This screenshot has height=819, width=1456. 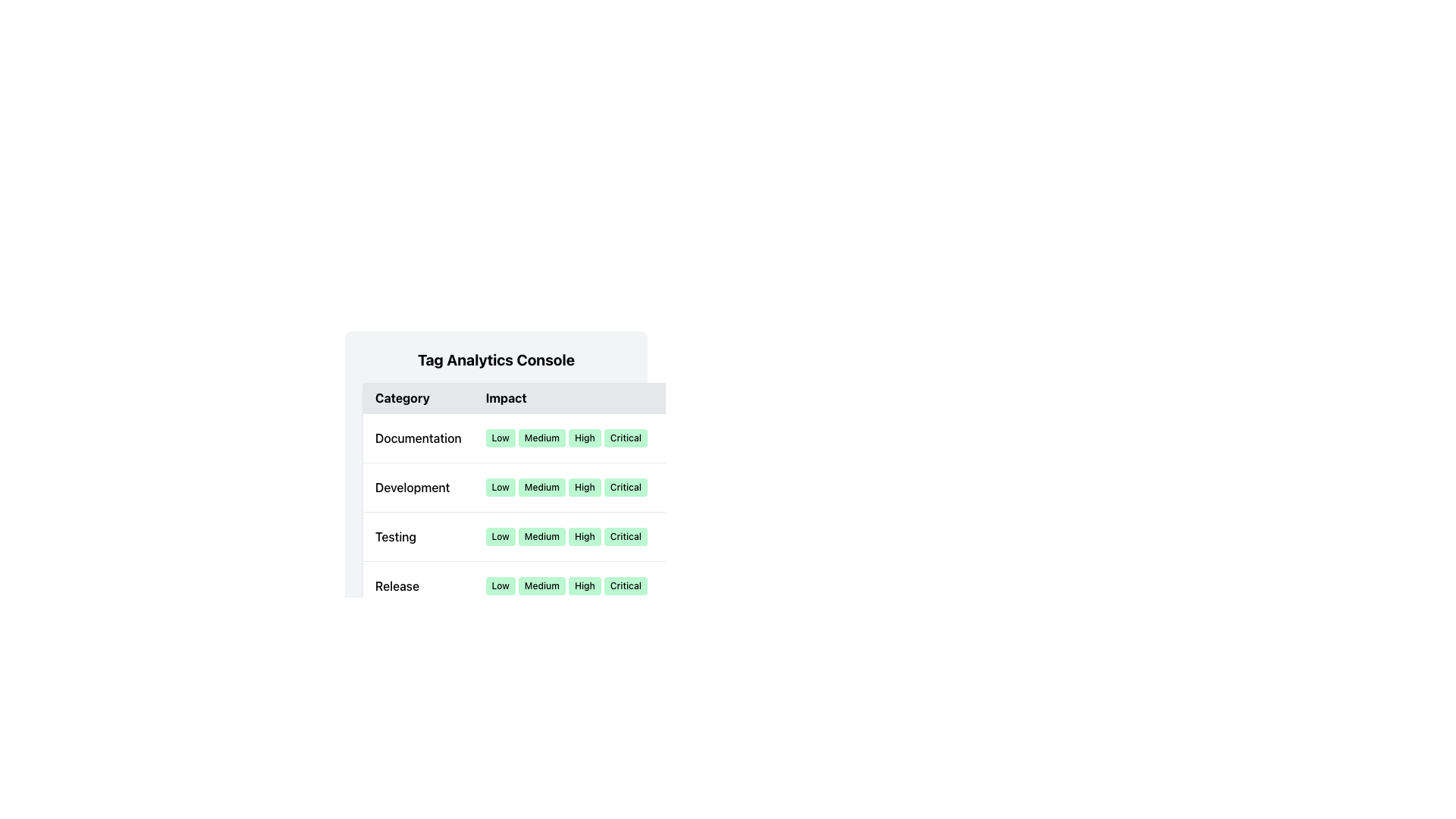 What do you see at coordinates (500, 438) in the screenshot?
I see `the 'Low' label, which is the first button in the horizontal arrangement of impact buttons in the 'Tag Analytics Console' table` at bounding box center [500, 438].